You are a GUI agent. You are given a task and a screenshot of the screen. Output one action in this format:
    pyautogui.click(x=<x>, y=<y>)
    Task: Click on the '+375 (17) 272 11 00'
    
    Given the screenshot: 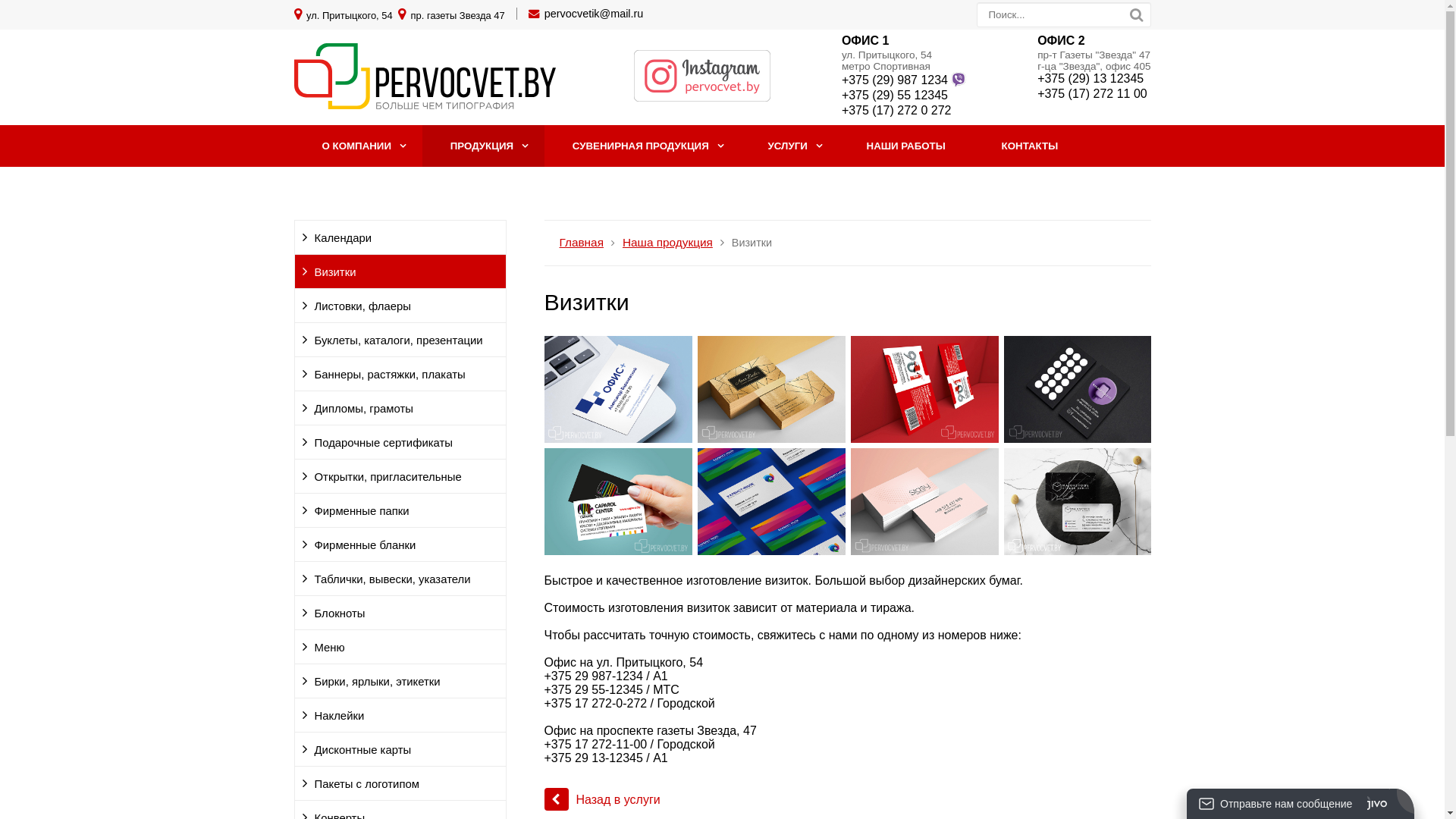 What is the action you would take?
    pyautogui.click(x=1092, y=93)
    